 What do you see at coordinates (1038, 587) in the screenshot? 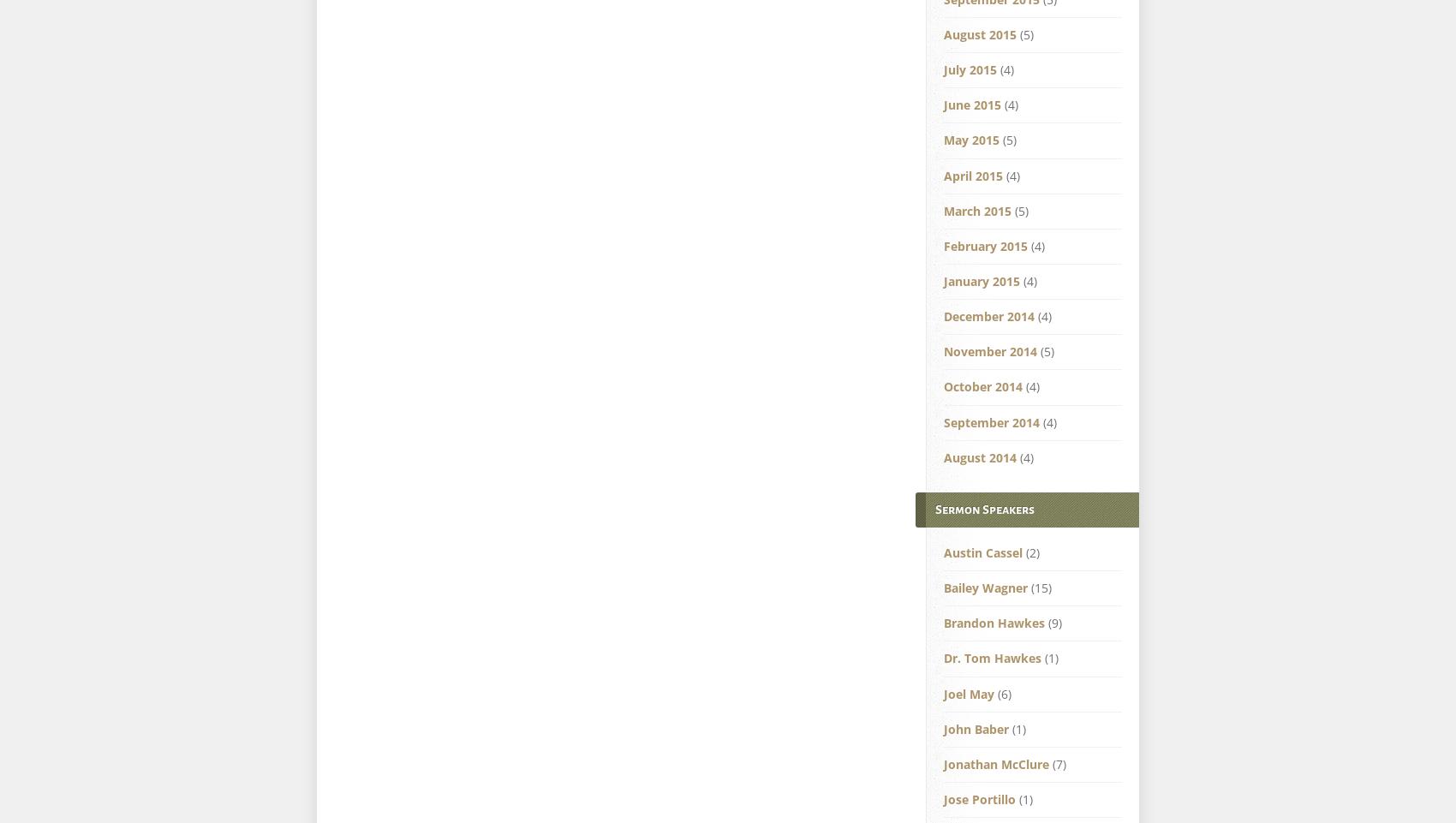
I see `'(15)'` at bounding box center [1038, 587].